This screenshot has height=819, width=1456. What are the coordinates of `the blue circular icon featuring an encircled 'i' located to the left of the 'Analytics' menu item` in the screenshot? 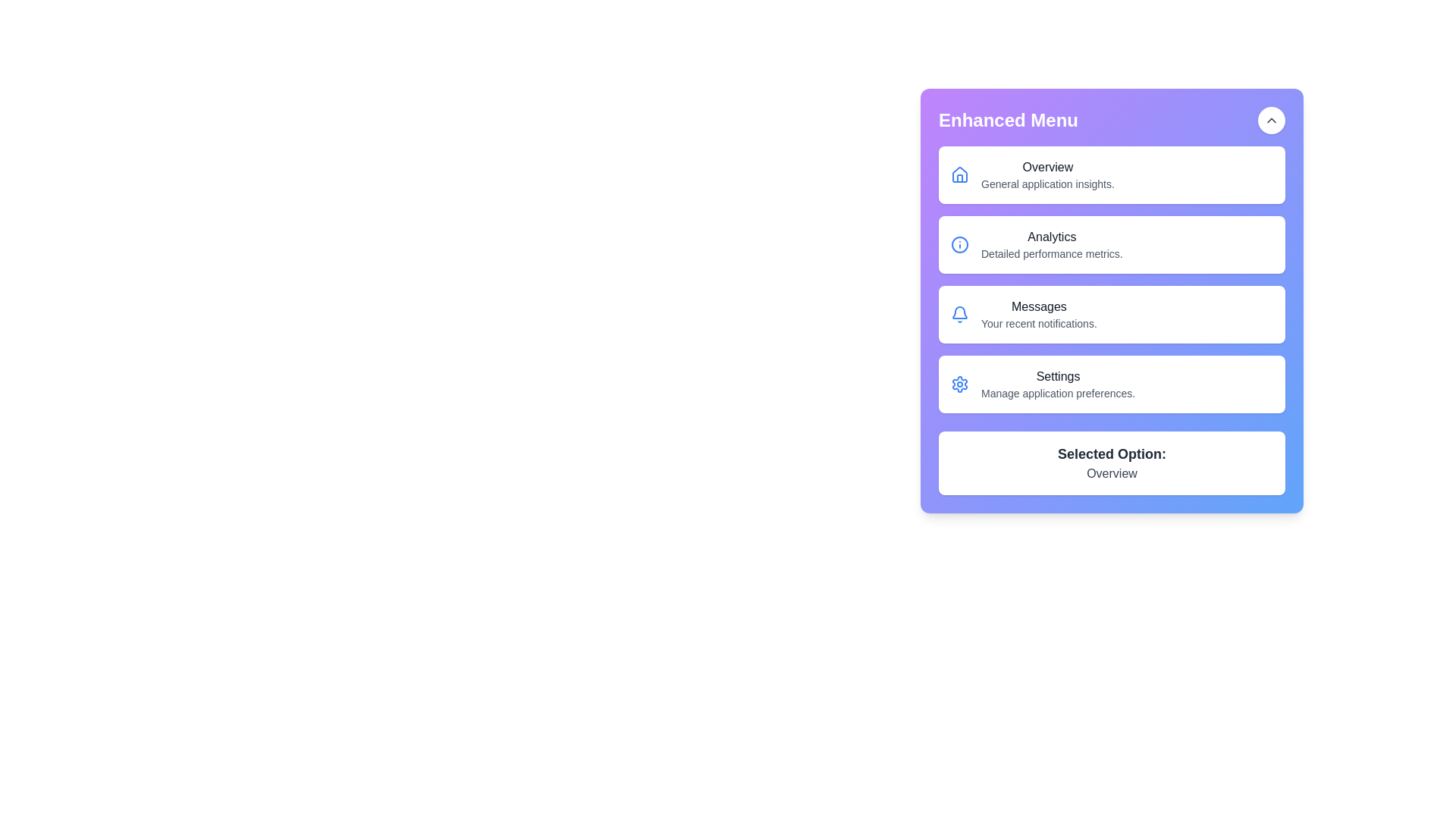 It's located at (959, 244).